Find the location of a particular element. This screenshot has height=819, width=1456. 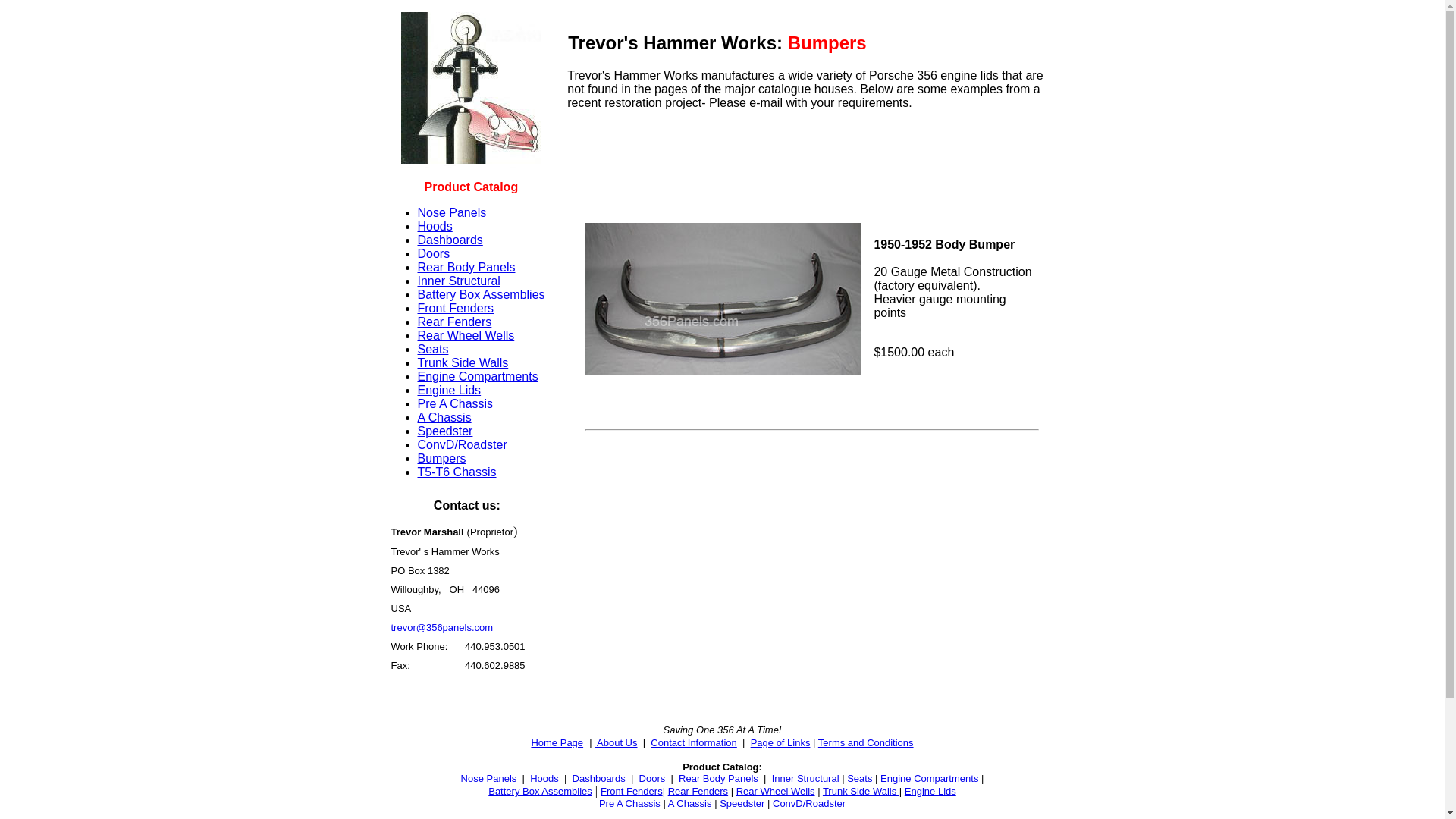

'About Us' is located at coordinates (615, 742).